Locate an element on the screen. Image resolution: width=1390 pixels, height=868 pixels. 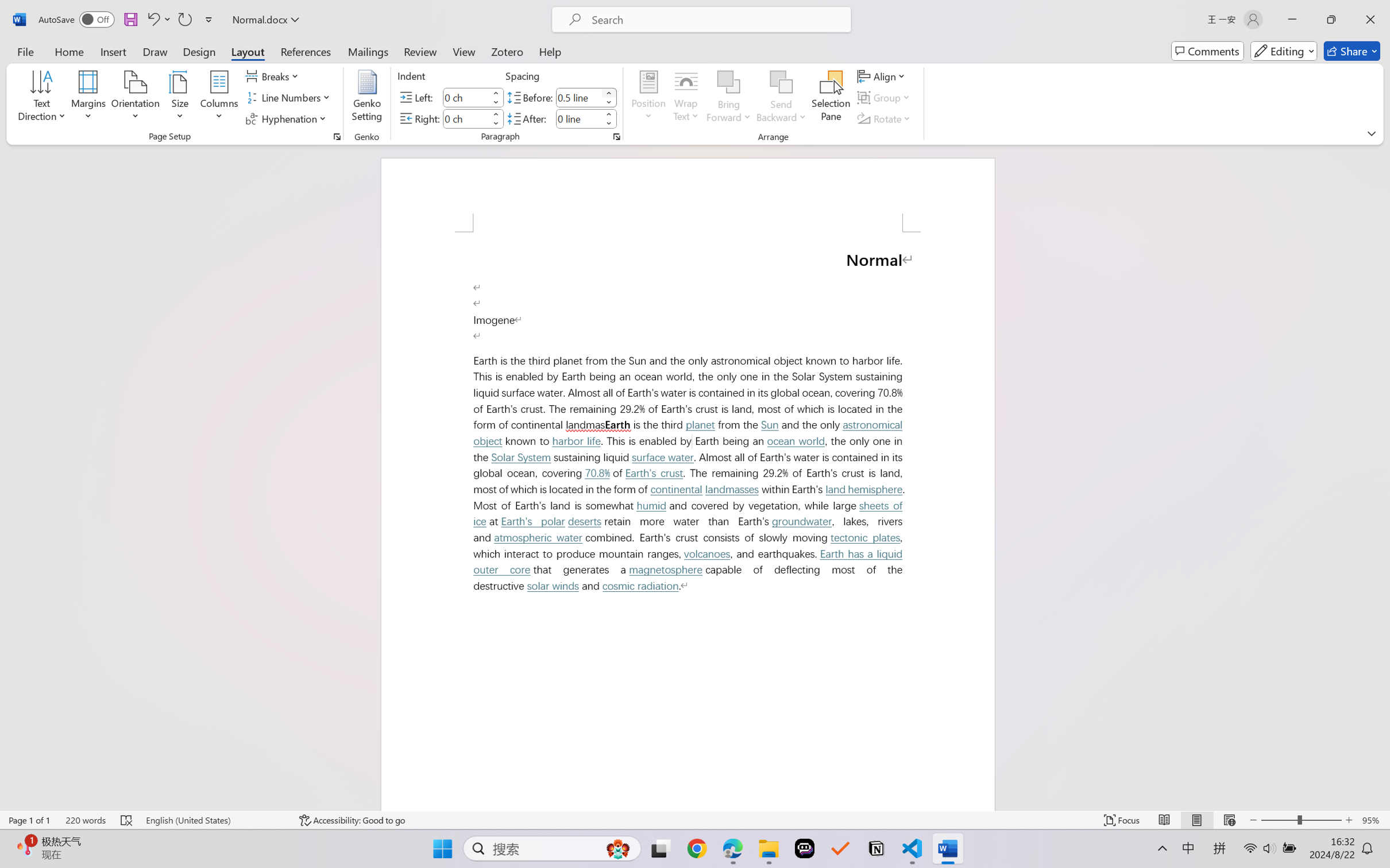
'Solar System' is located at coordinates (521, 458).